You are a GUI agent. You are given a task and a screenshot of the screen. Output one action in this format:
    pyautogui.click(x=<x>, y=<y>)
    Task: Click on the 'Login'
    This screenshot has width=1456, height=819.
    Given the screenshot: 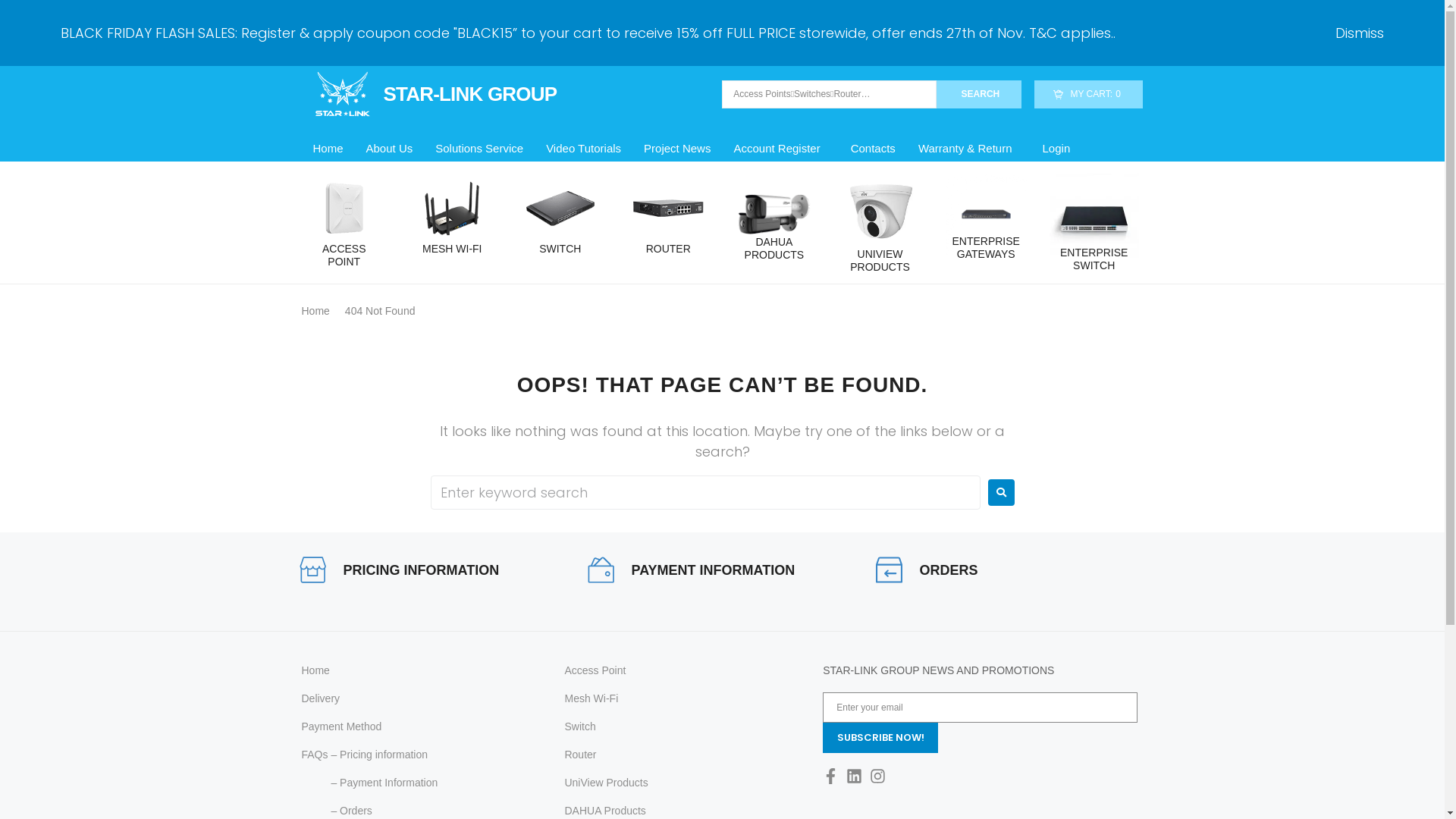 What is the action you would take?
    pyautogui.click(x=1056, y=149)
    